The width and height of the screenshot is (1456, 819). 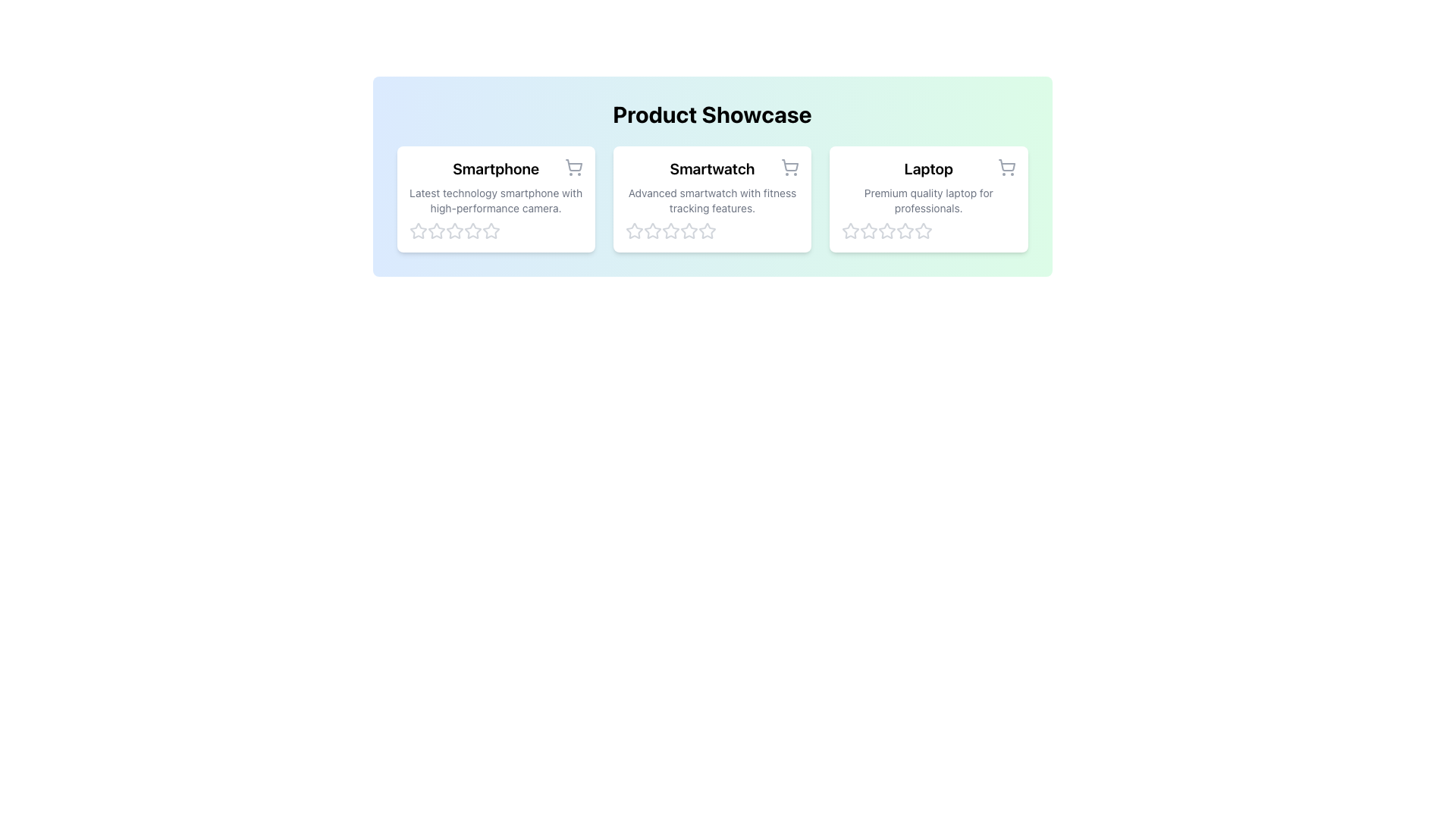 What do you see at coordinates (491, 231) in the screenshot?
I see `the fourth star icon in the rating section under the 'Smartphone' product description` at bounding box center [491, 231].